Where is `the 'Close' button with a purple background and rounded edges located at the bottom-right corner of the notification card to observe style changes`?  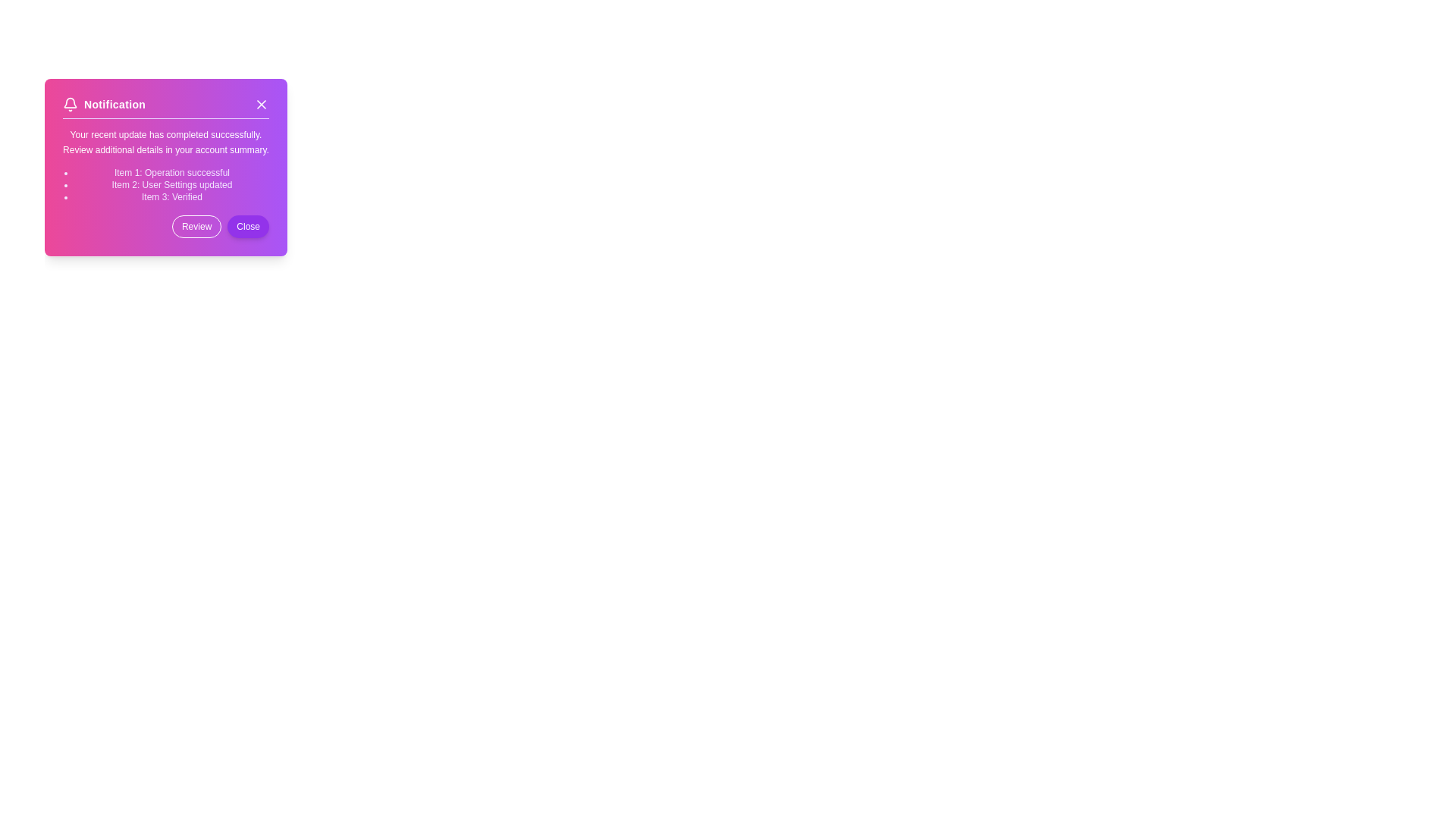 the 'Close' button with a purple background and rounded edges located at the bottom-right corner of the notification card to observe style changes is located at coordinates (248, 227).